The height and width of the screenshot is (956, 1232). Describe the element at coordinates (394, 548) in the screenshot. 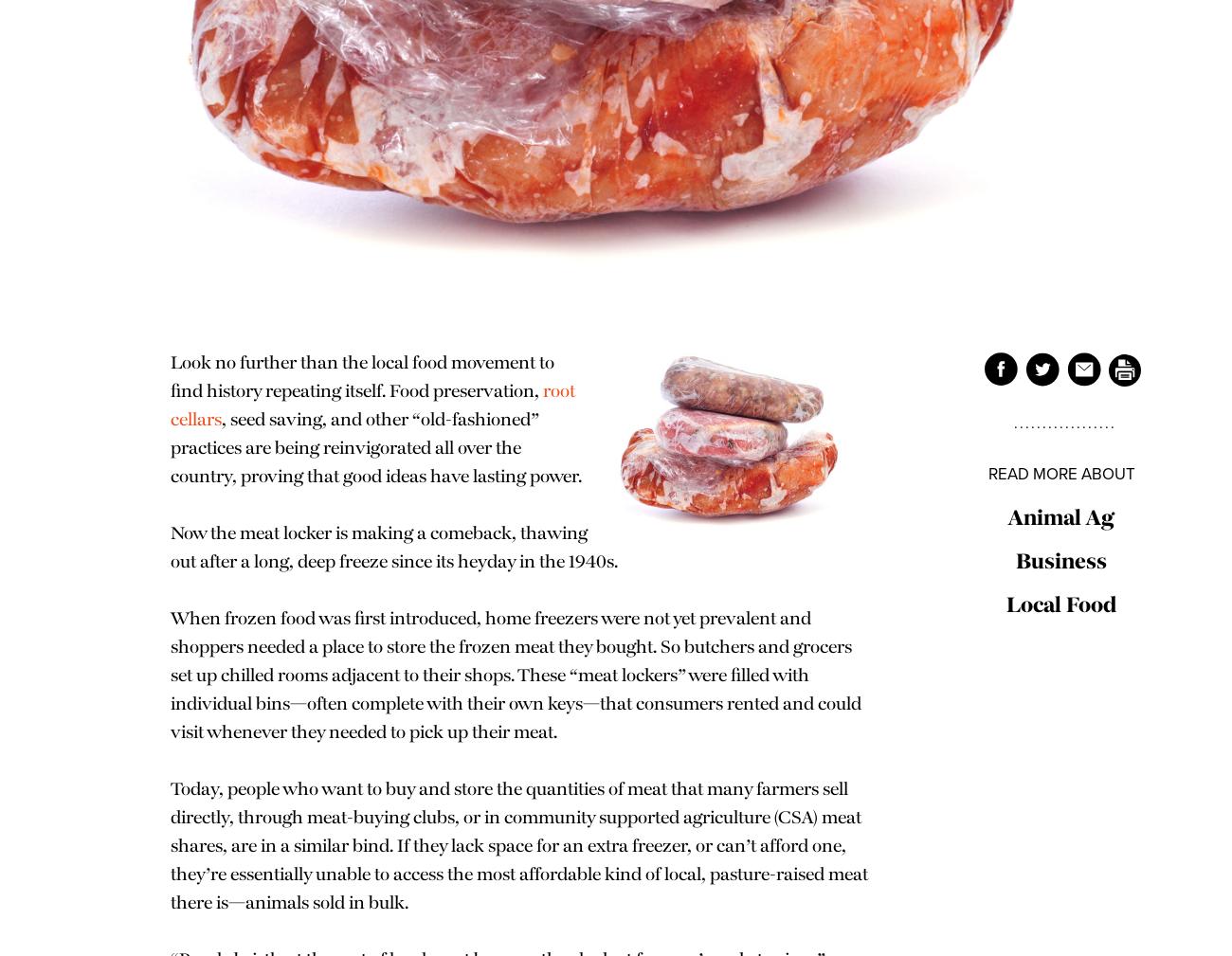

I see `'Now the meat locker is making a comeback, thawing out after a long, deep freeze since its heyday in the 1940s.'` at that location.